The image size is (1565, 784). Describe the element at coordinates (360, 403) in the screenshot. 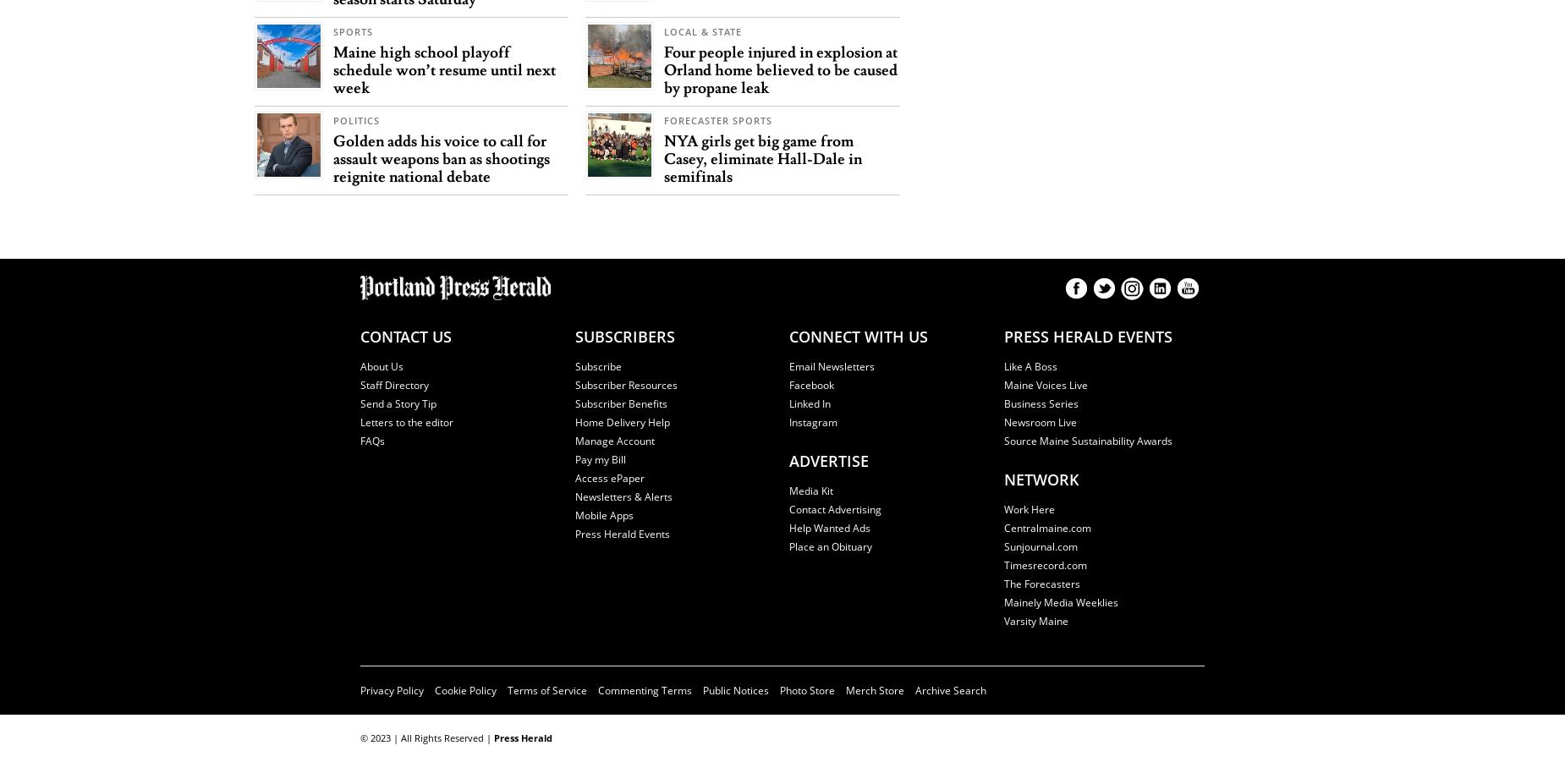

I see `'Send a Story Tip'` at that location.